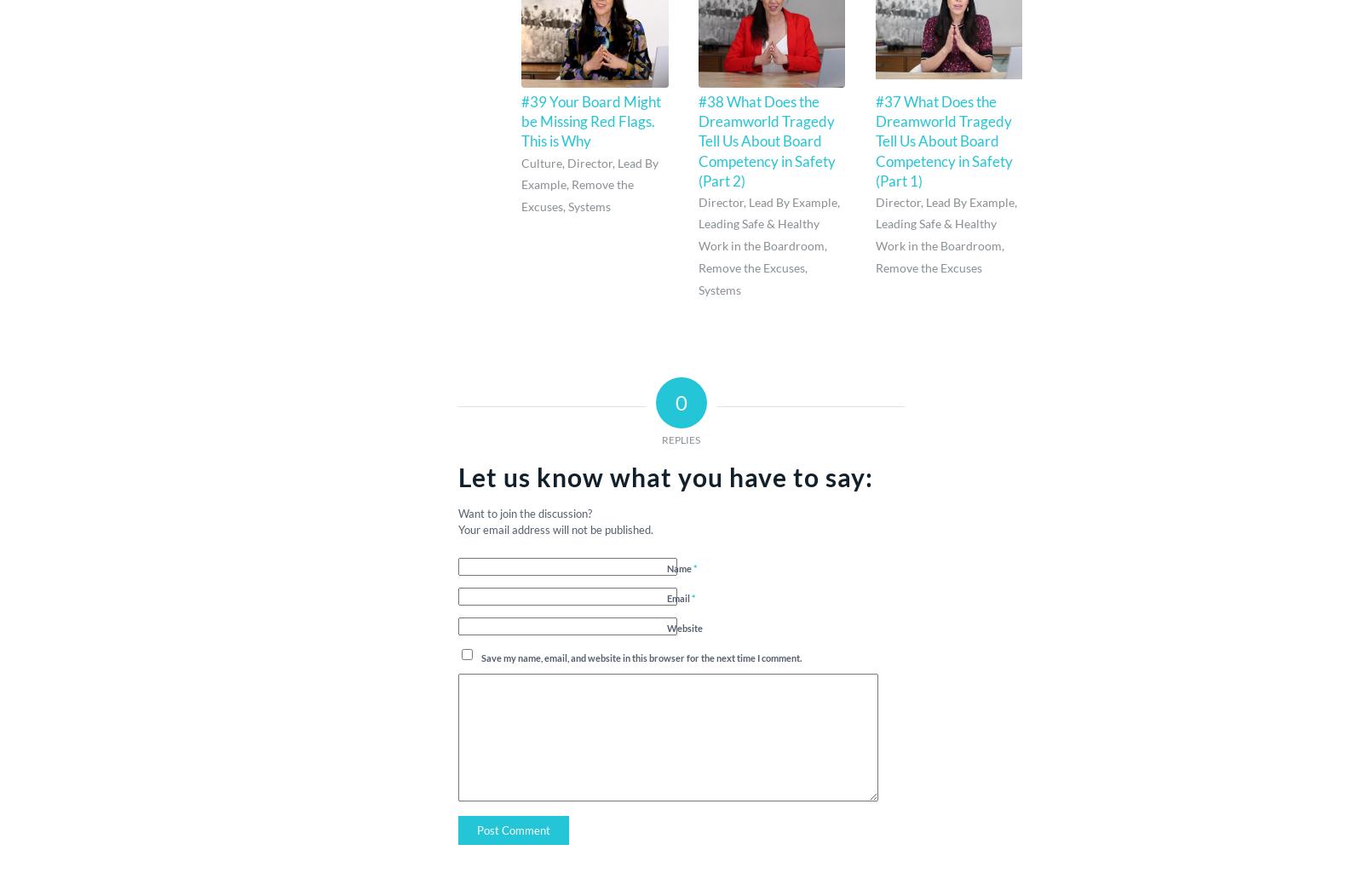 This screenshot has width=1363, height=896. Describe the element at coordinates (679, 567) in the screenshot. I see `'Name'` at that location.